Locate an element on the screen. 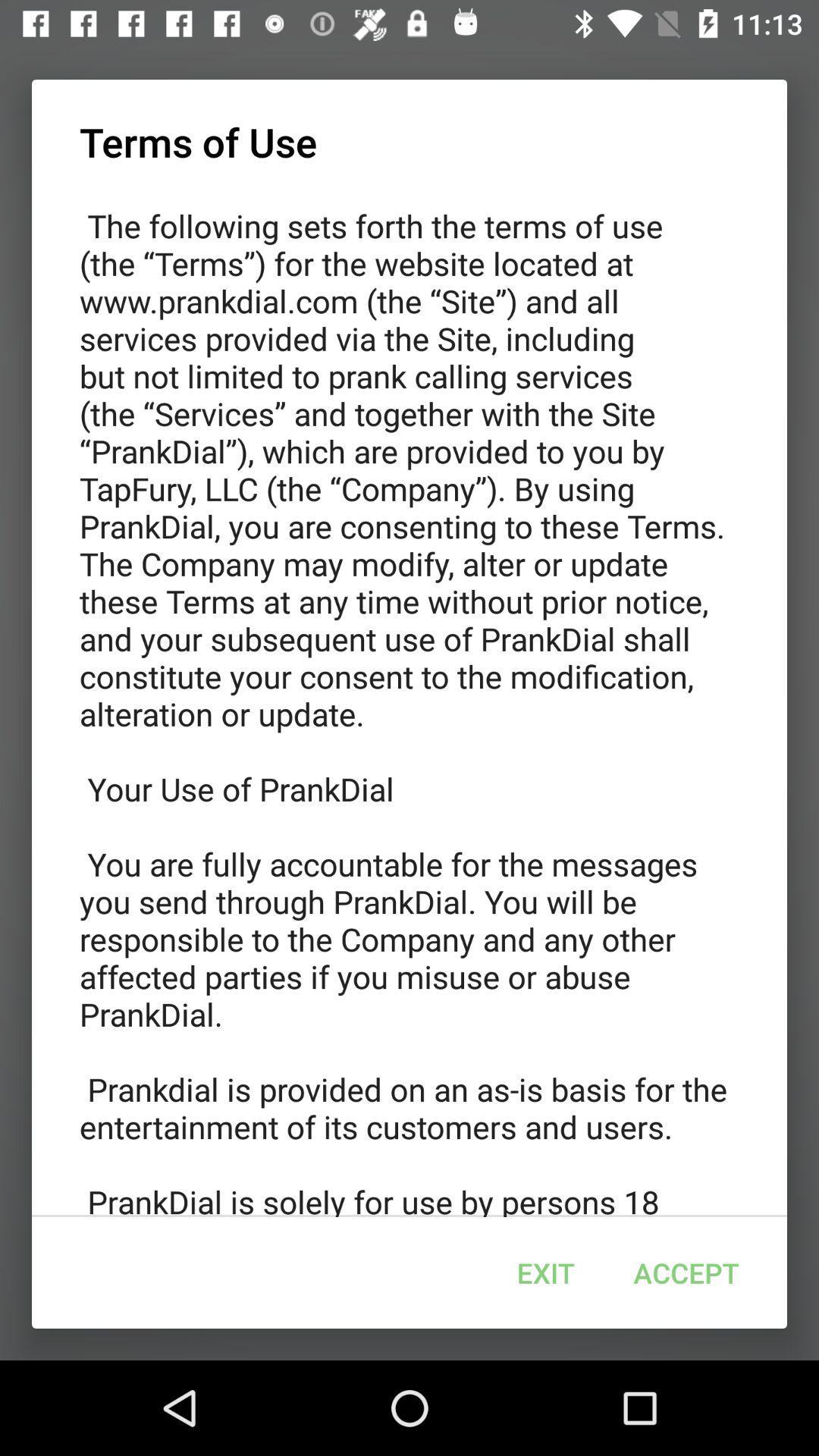 This screenshot has height=1456, width=819. the item to the right of exit icon is located at coordinates (686, 1272).